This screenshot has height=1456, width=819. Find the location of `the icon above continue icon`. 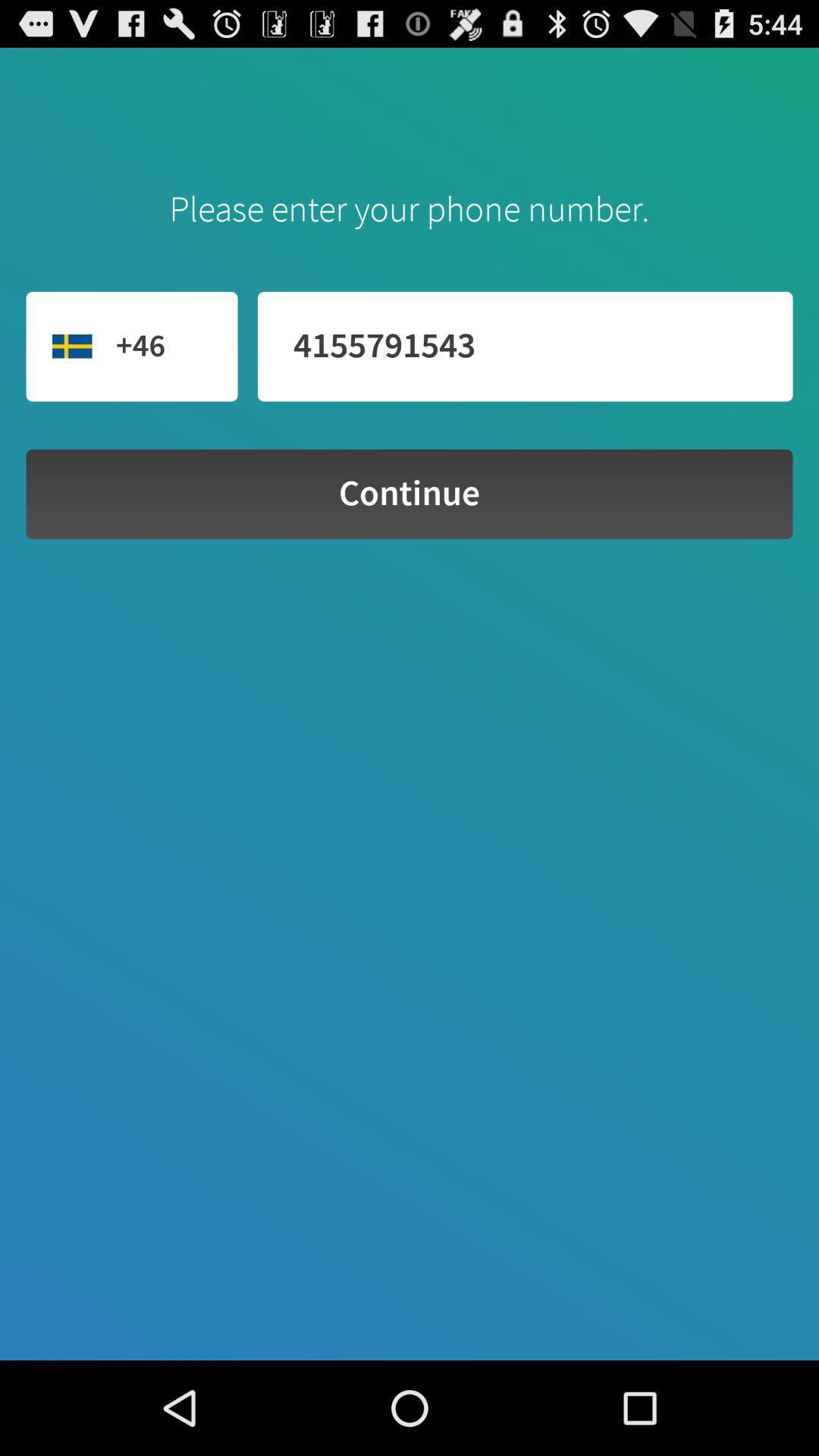

the icon above continue icon is located at coordinates (524, 346).